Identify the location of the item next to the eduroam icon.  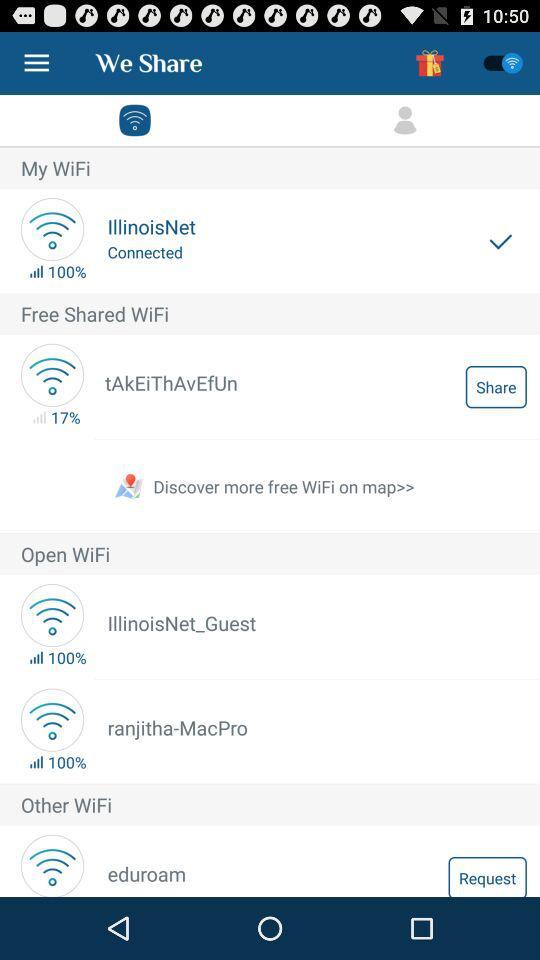
(486, 875).